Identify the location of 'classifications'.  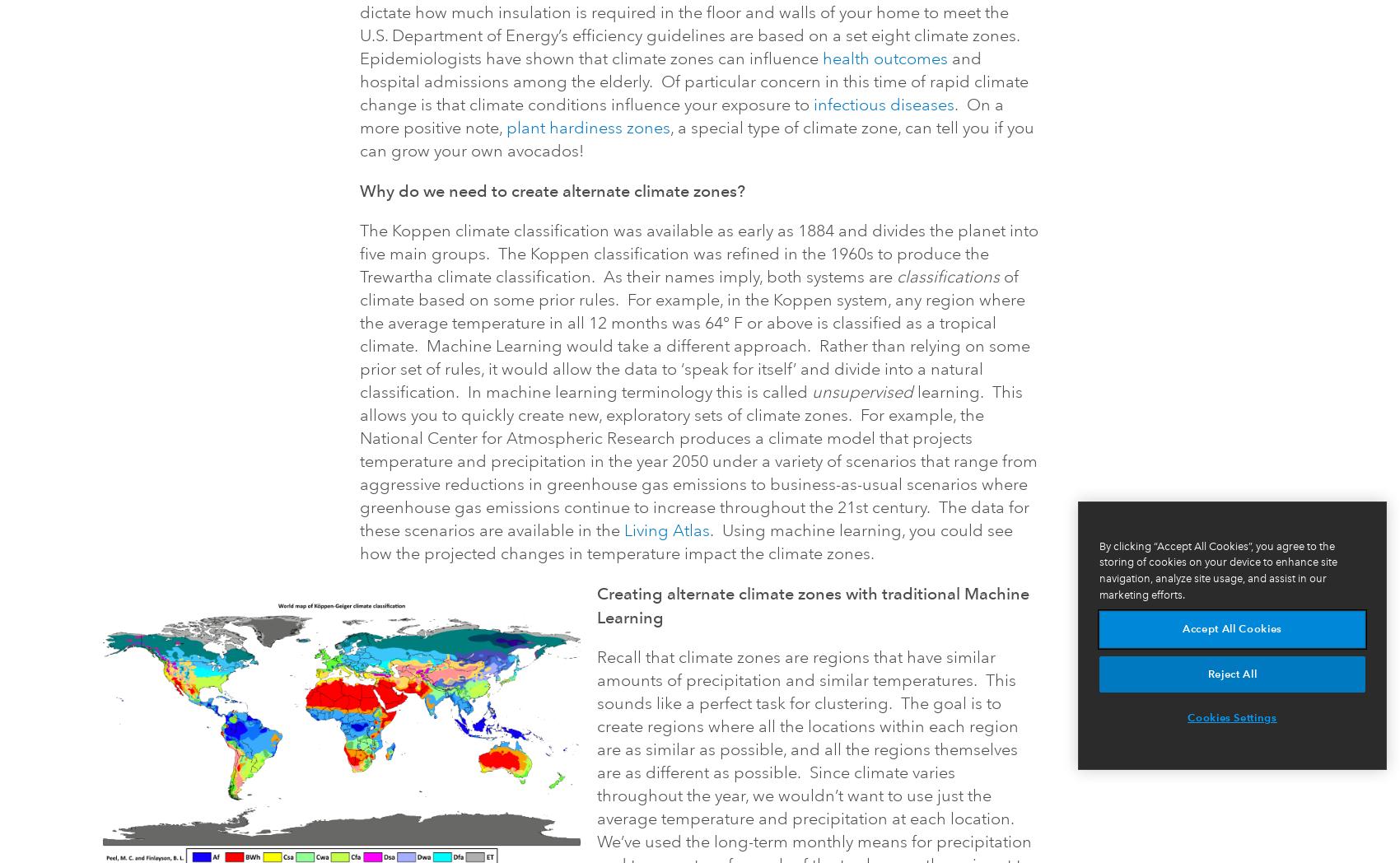
(948, 277).